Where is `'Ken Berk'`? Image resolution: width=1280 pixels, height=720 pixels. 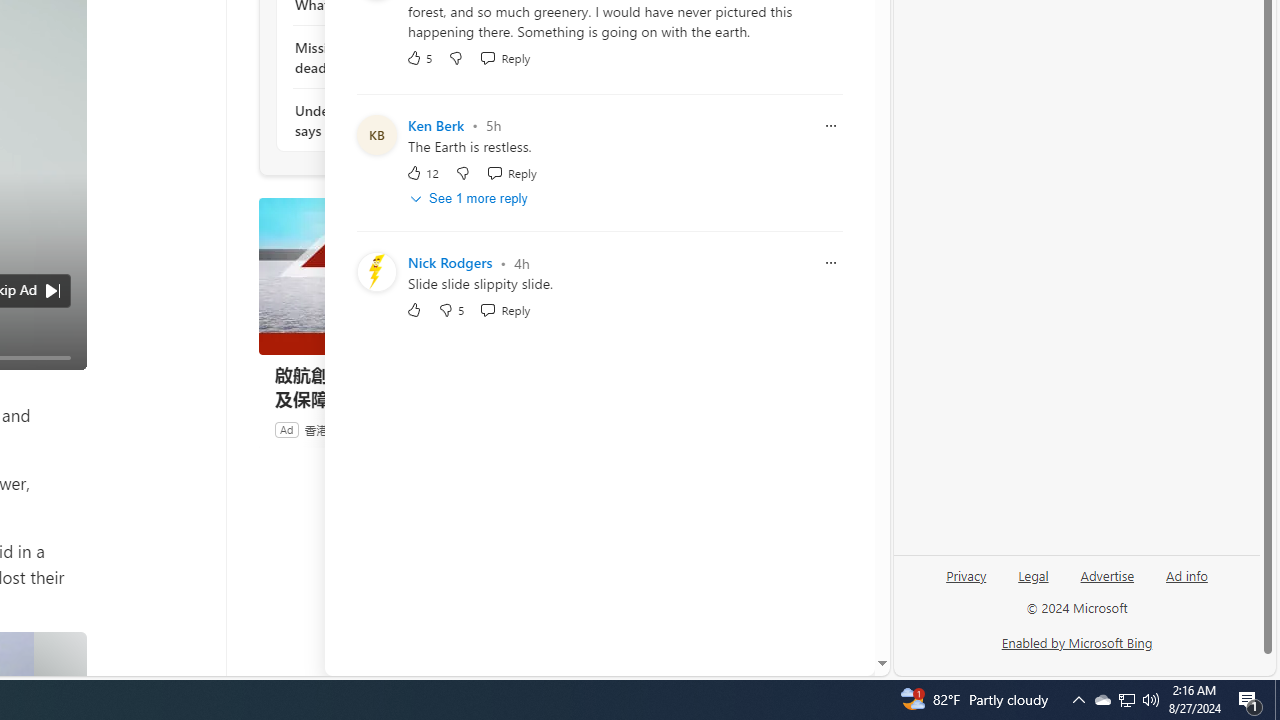 'Ken Berk' is located at coordinates (435, 125).